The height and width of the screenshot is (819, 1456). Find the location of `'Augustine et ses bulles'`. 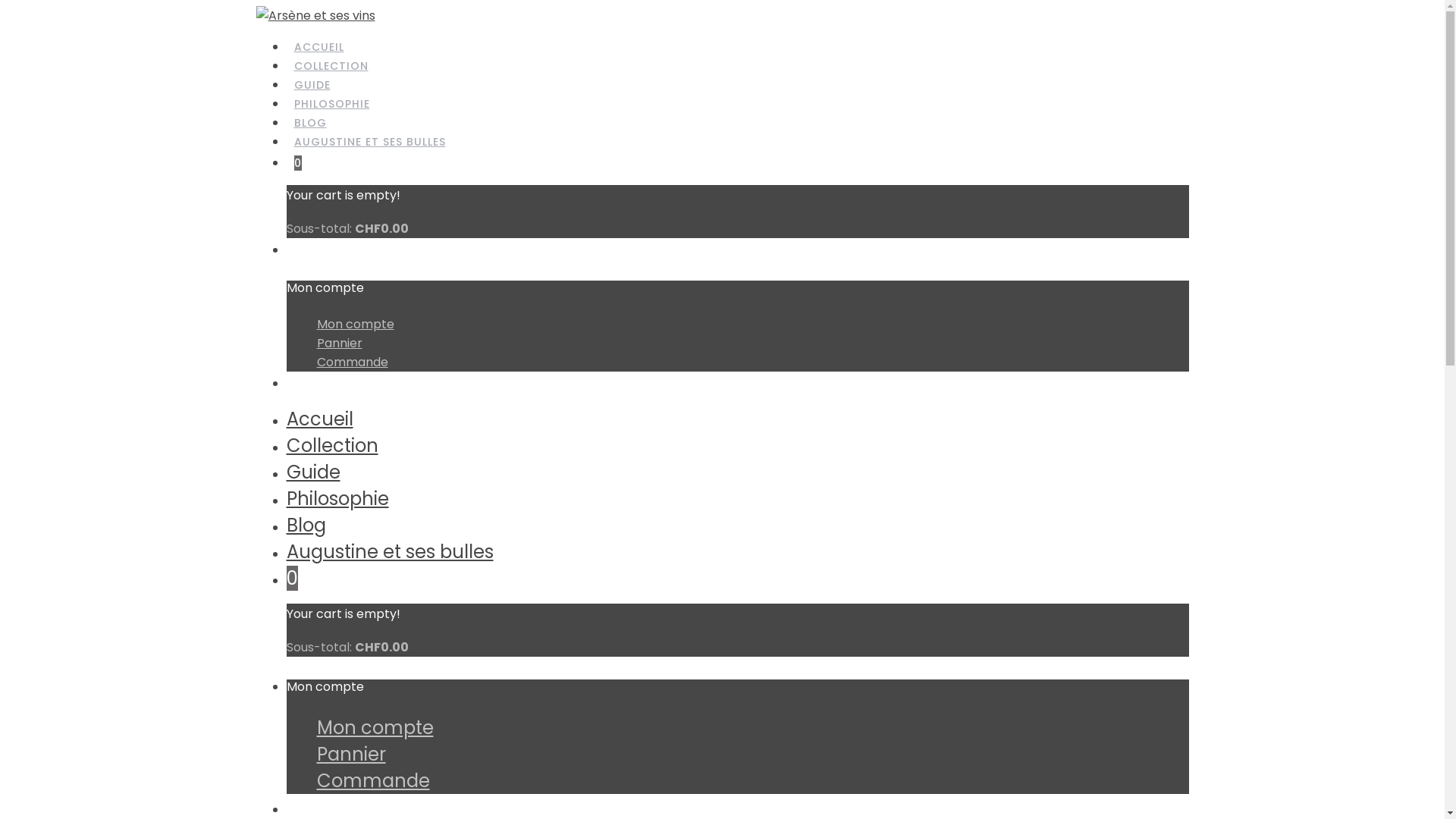

'Augustine et ses bulles' is located at coordinates (390, 551).